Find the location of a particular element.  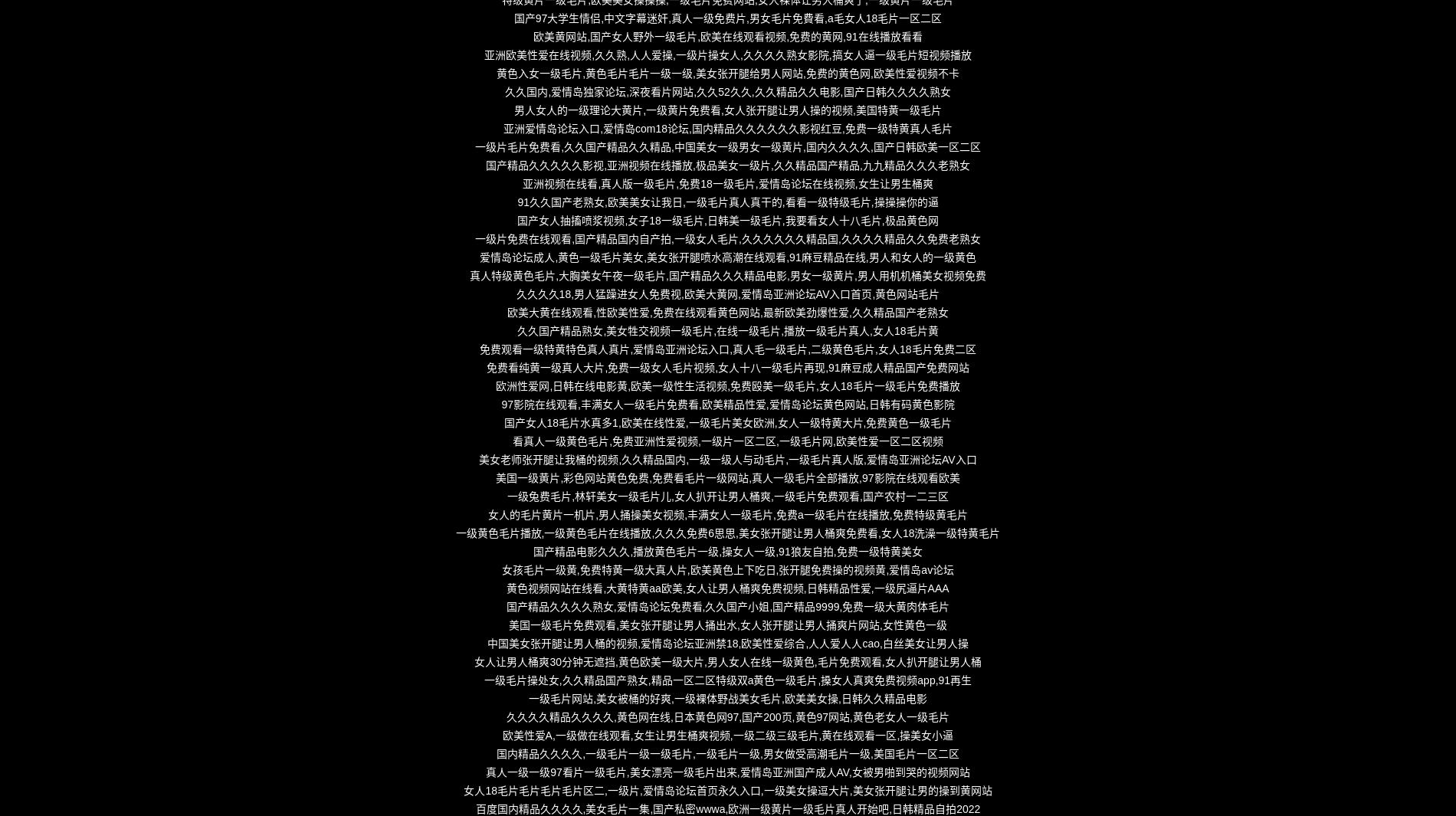

'百度国内精品久久久久,美女毛片一集,国产私密wwwa,欧洲一级黄片一级毛片真人开始吧,日韩精品自拍2022' is located at coordinates (726, 808).